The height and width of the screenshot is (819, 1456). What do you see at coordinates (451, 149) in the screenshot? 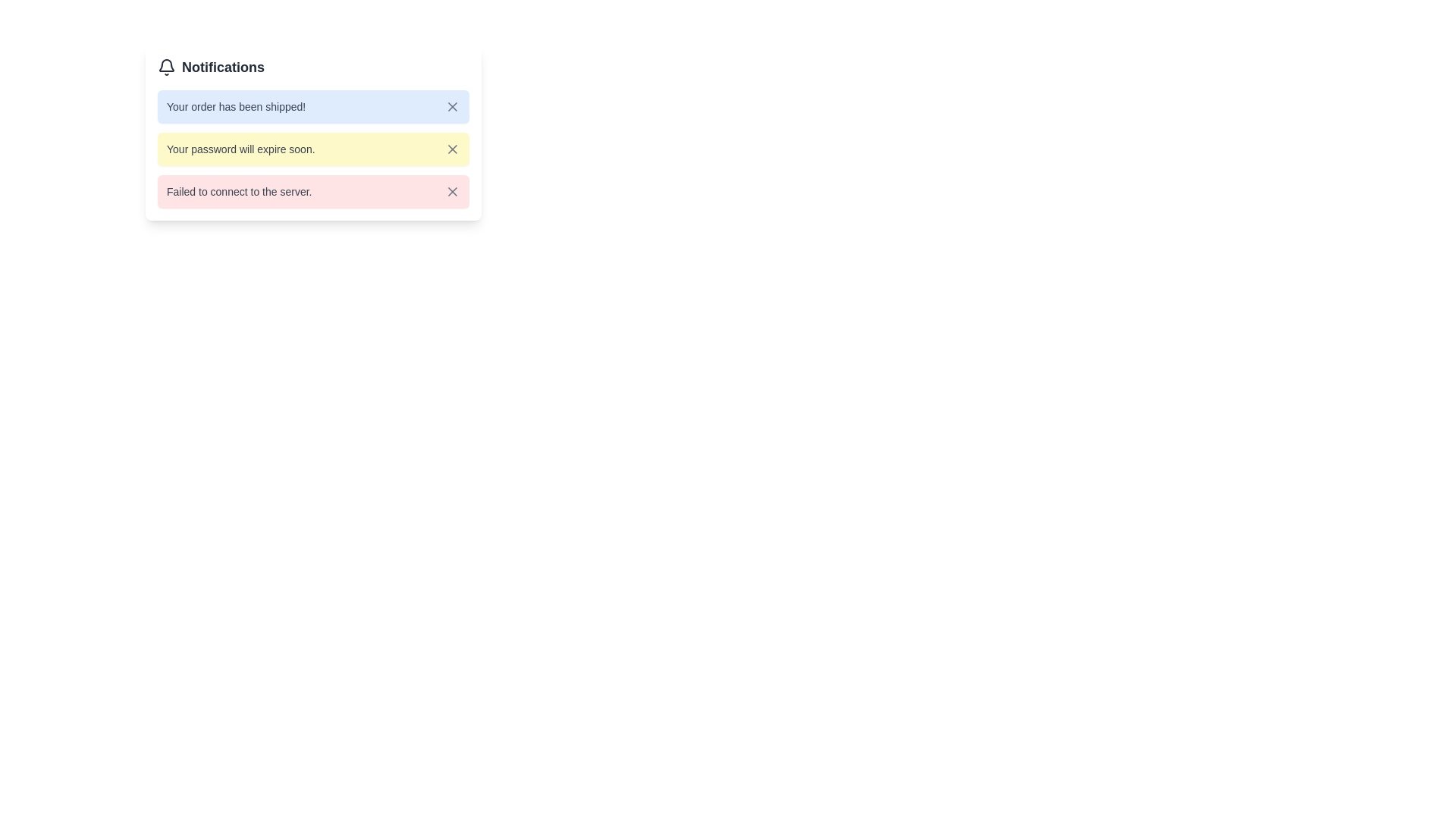
I see `the diagonal line element within the 'X' shape at the far right of the notification message indicating 'Your password will expire soon'` at bounding box center [451, 149].